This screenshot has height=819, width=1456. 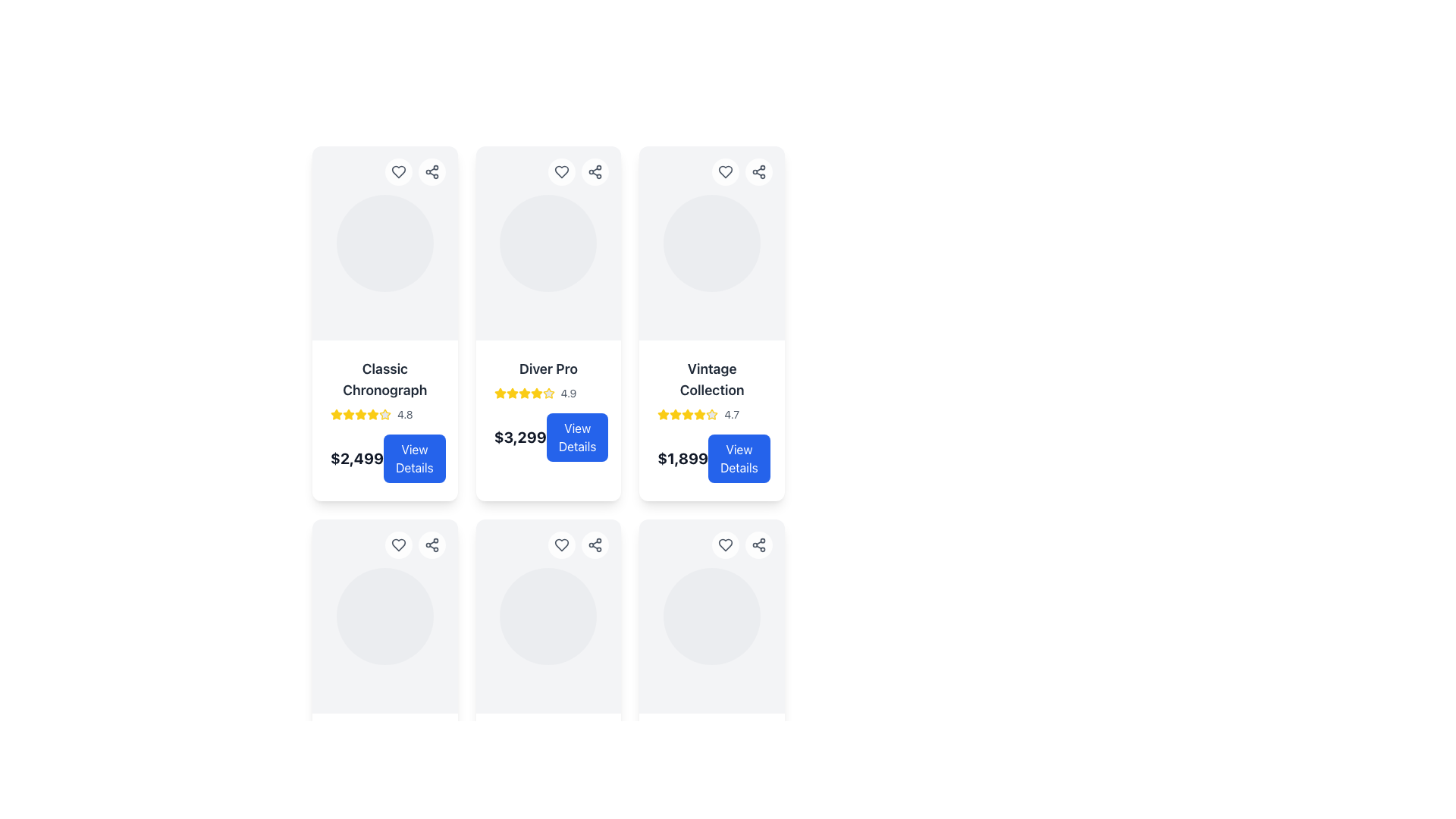 I want to click on the third yellow star icon in the rating display of the 'Vintage Collection' card, which is positioned above the price text '$1,899', so click(x=675, y=415).